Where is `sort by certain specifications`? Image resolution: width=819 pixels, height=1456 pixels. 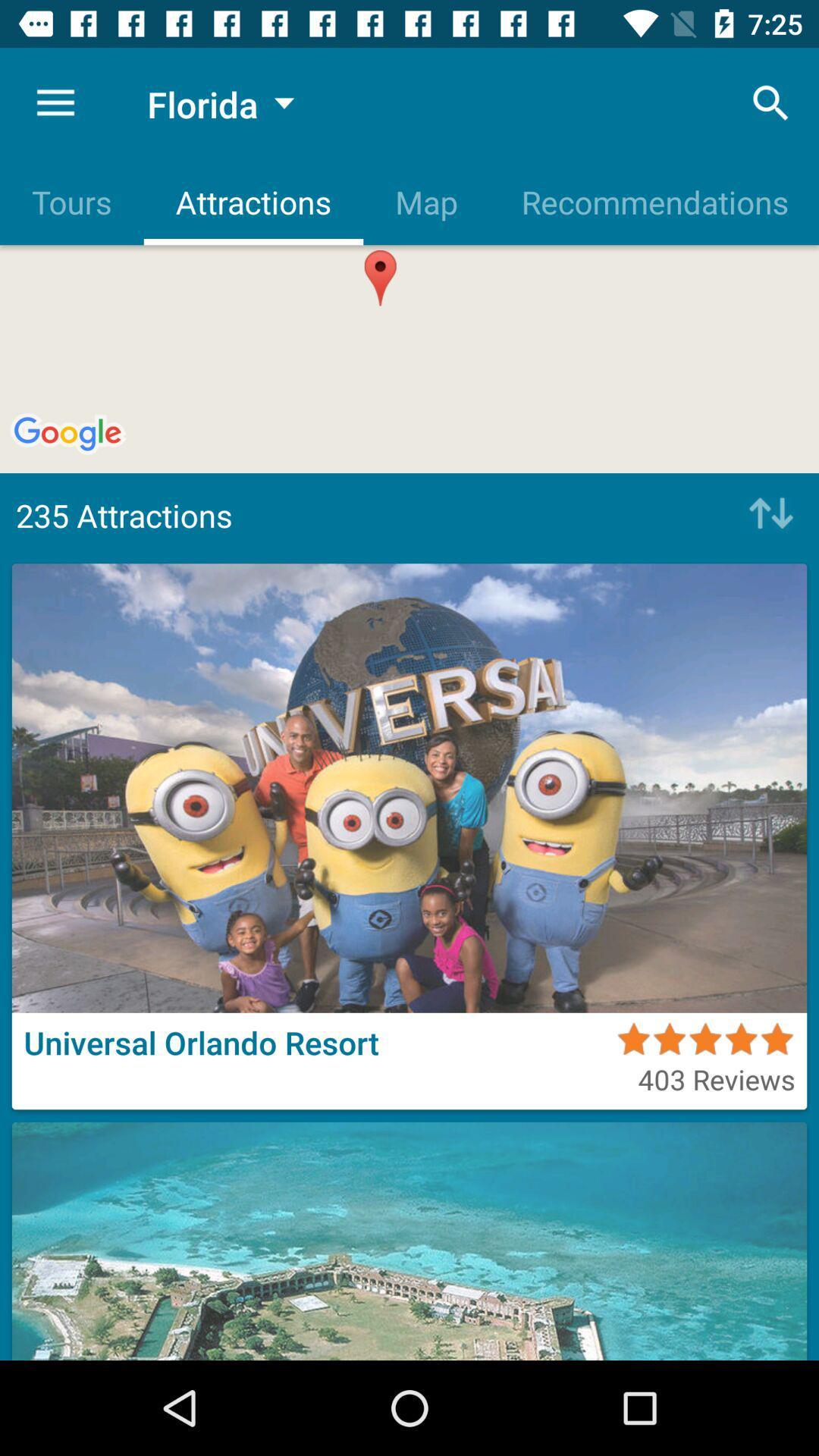
sort by certain specifications is located at coordinates (767, 515).